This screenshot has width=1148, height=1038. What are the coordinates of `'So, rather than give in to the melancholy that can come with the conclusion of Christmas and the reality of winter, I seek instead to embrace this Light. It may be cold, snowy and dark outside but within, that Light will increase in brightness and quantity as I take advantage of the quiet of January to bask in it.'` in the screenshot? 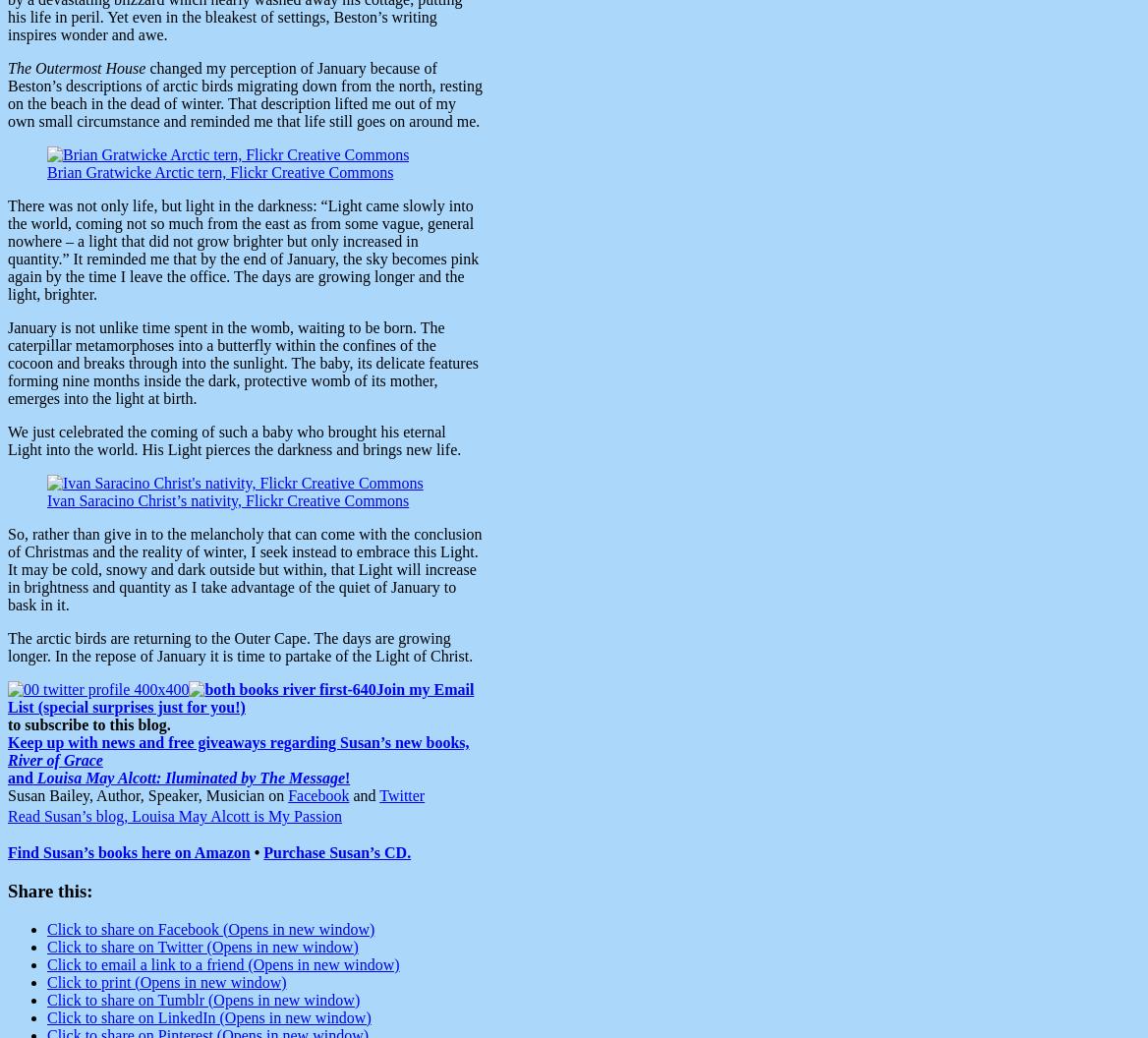 It's located at (244, 569).